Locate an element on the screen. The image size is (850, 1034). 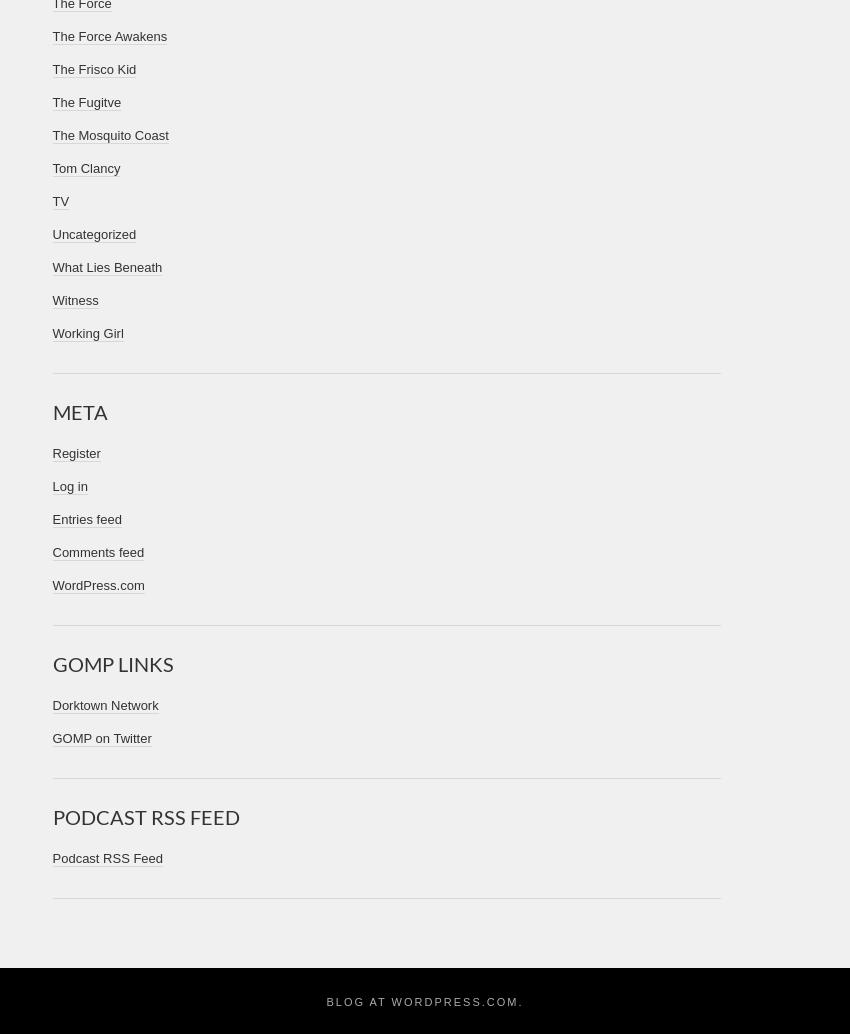
'Meta' is located at coordinates (79, 411).